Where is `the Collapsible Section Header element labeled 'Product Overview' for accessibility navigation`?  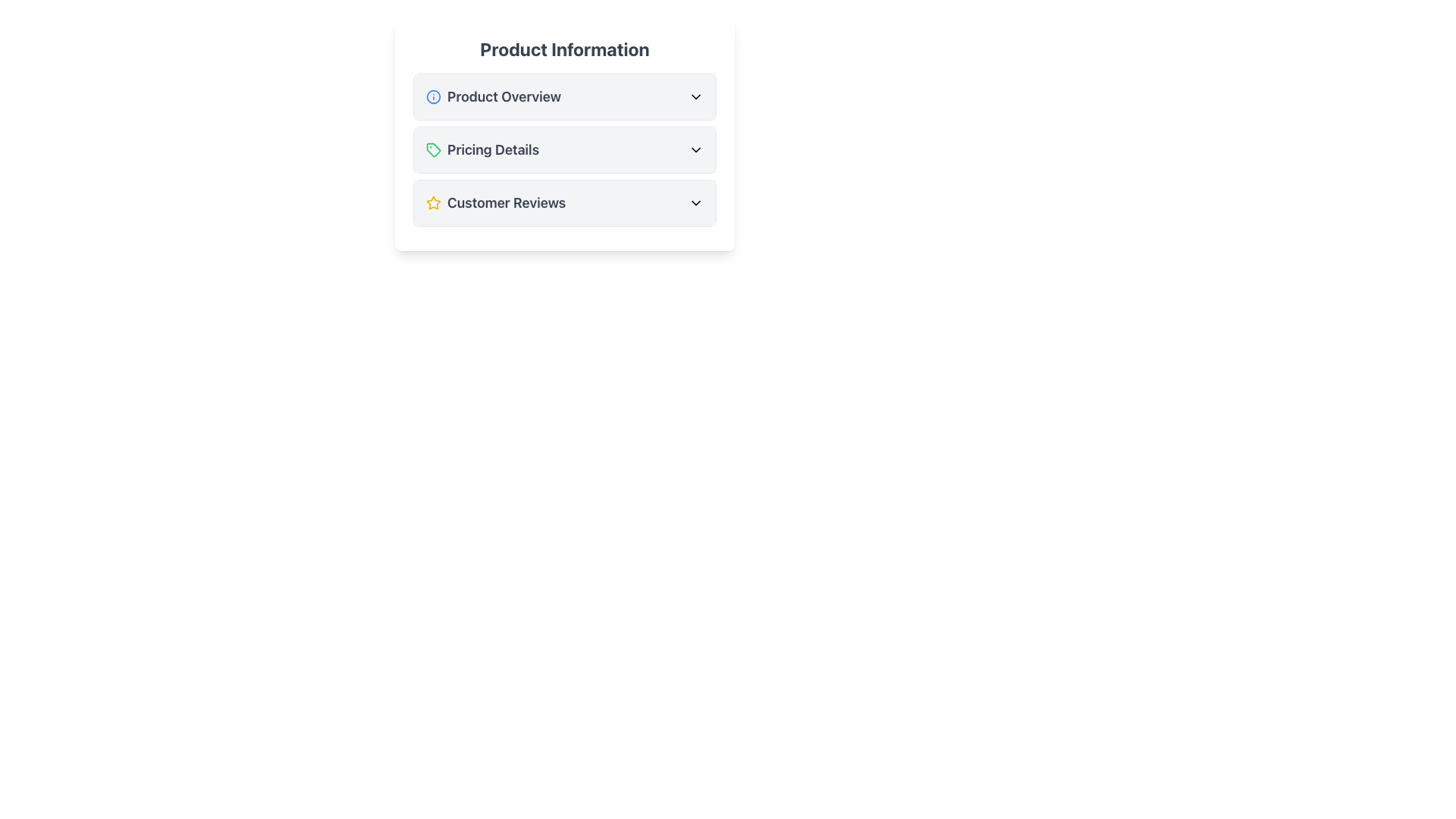 the Collapsible Section Header element labeled 'Product Overview' for accessibility navigation is located at coordinates (563, 96).